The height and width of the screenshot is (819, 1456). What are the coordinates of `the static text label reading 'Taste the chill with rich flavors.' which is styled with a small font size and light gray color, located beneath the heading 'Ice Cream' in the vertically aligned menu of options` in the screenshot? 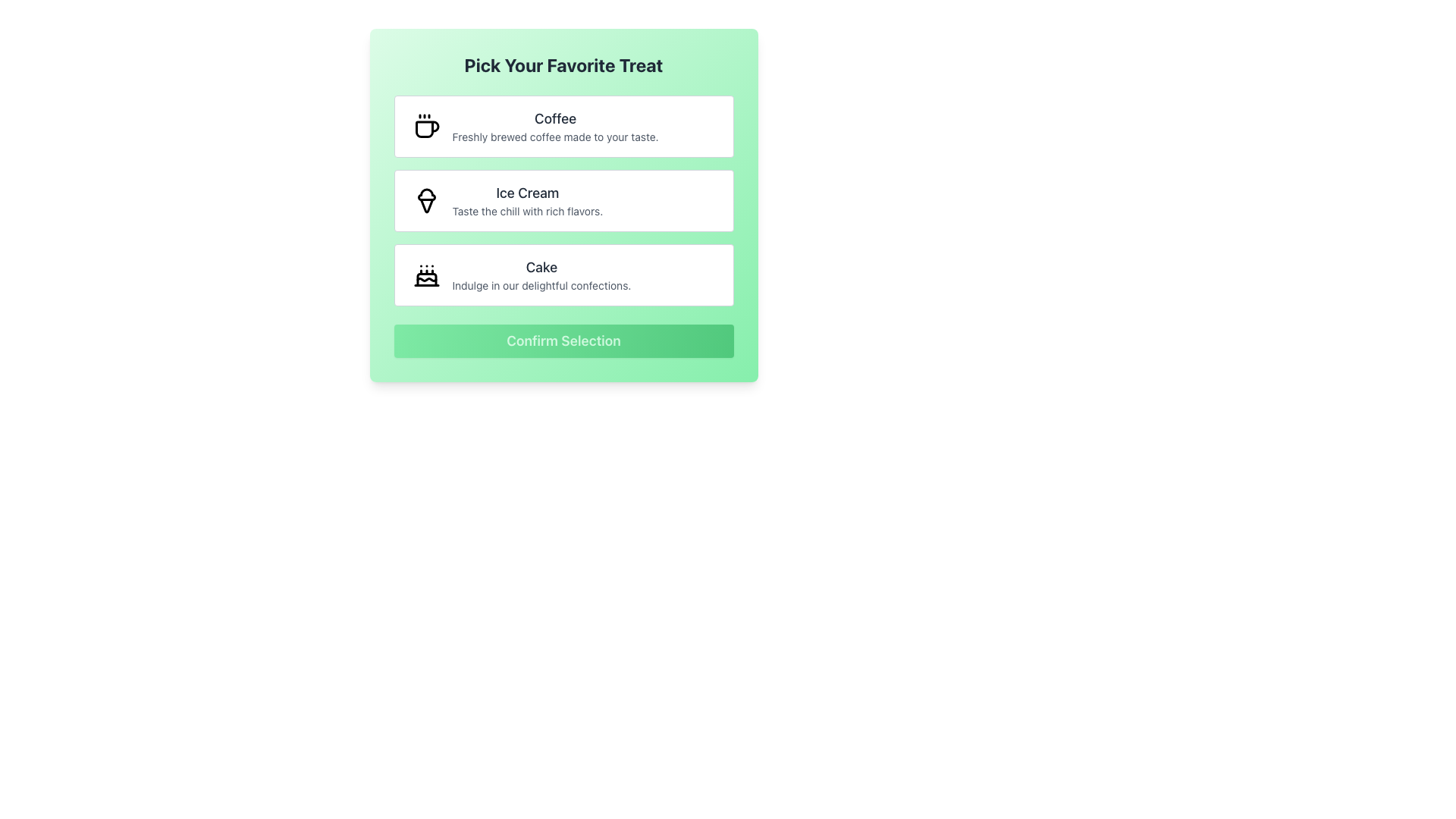 It's located at (527, 211).